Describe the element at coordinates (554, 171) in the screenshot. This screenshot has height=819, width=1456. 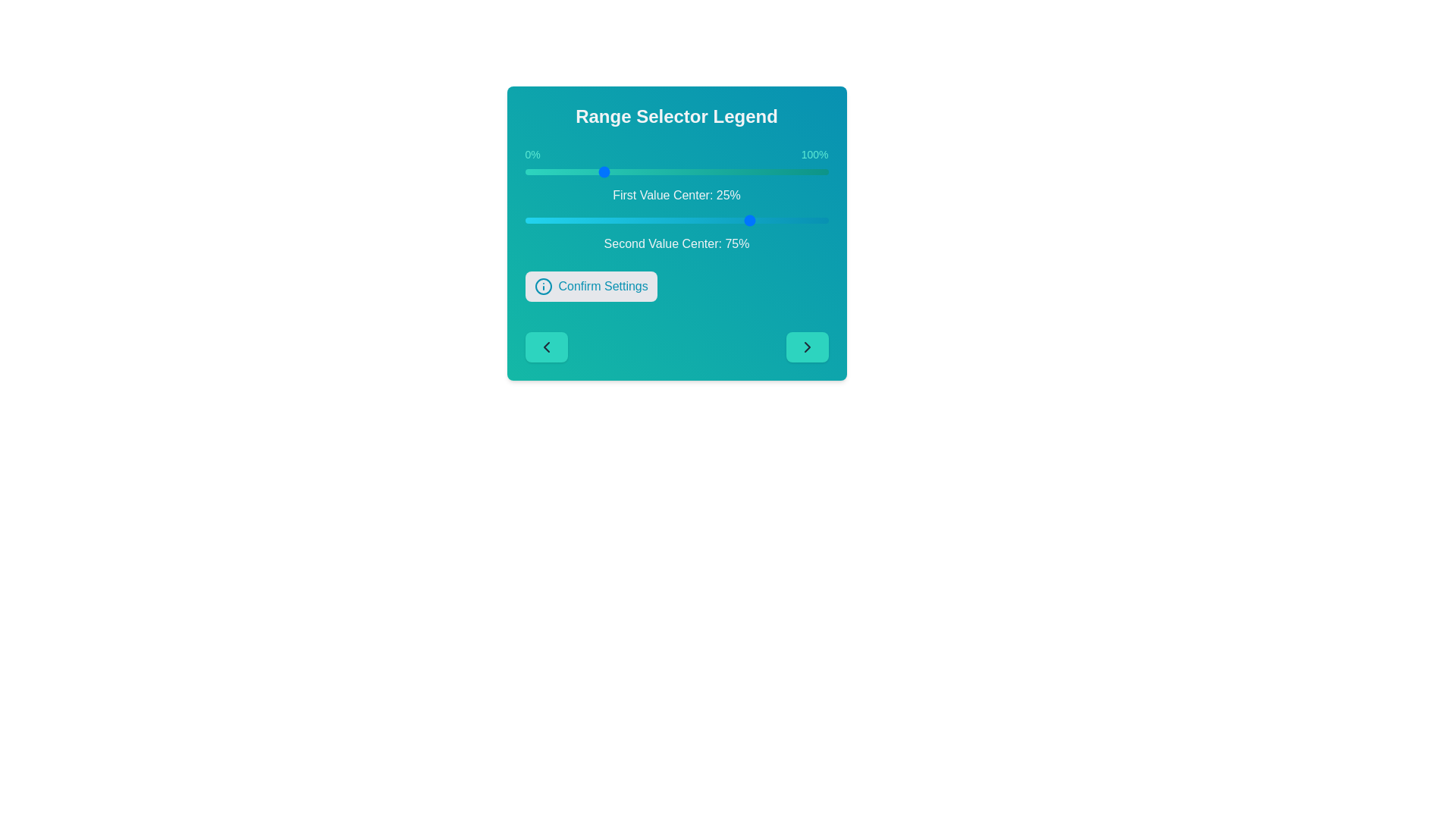
I see `the slider value` at that location.